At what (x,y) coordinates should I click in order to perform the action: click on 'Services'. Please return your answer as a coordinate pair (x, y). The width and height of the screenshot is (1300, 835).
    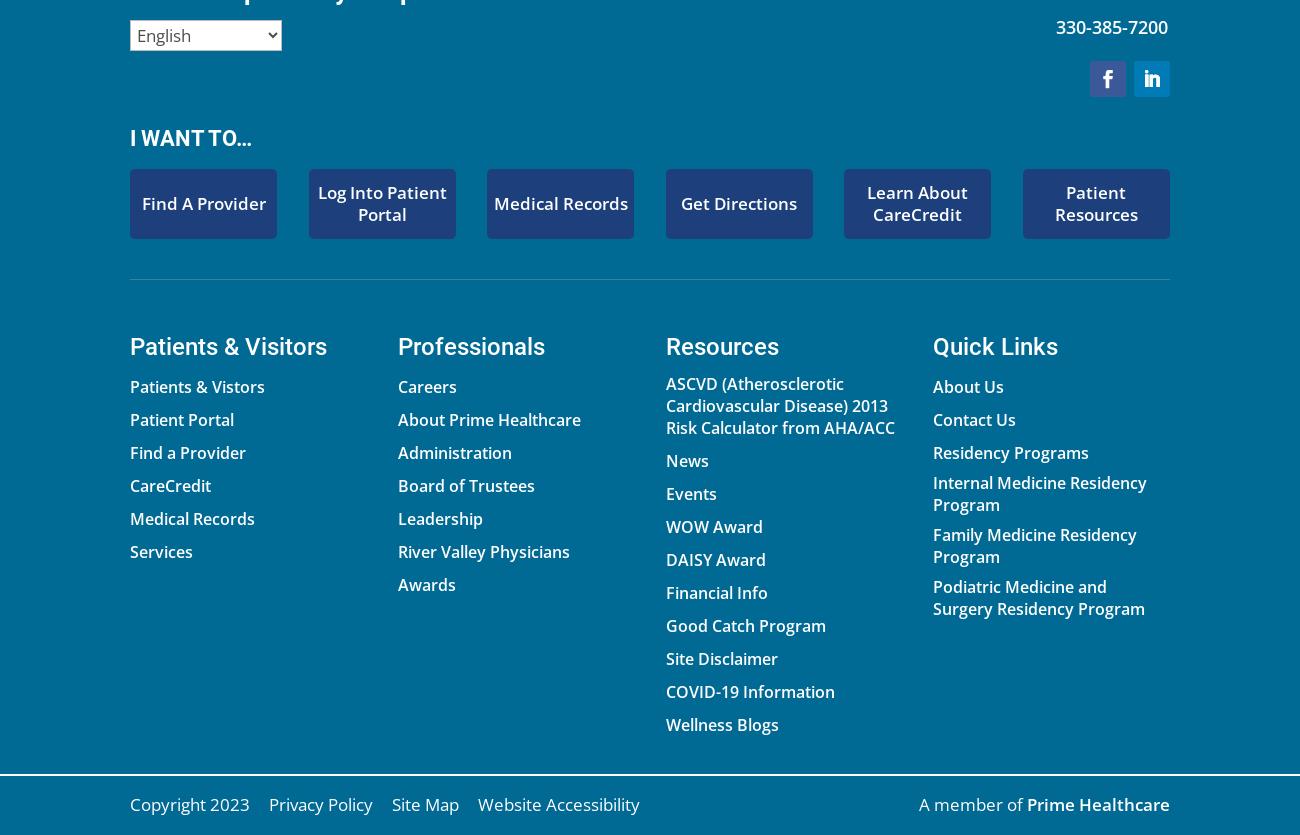
    Looking at the image, I should click on (160, 552).